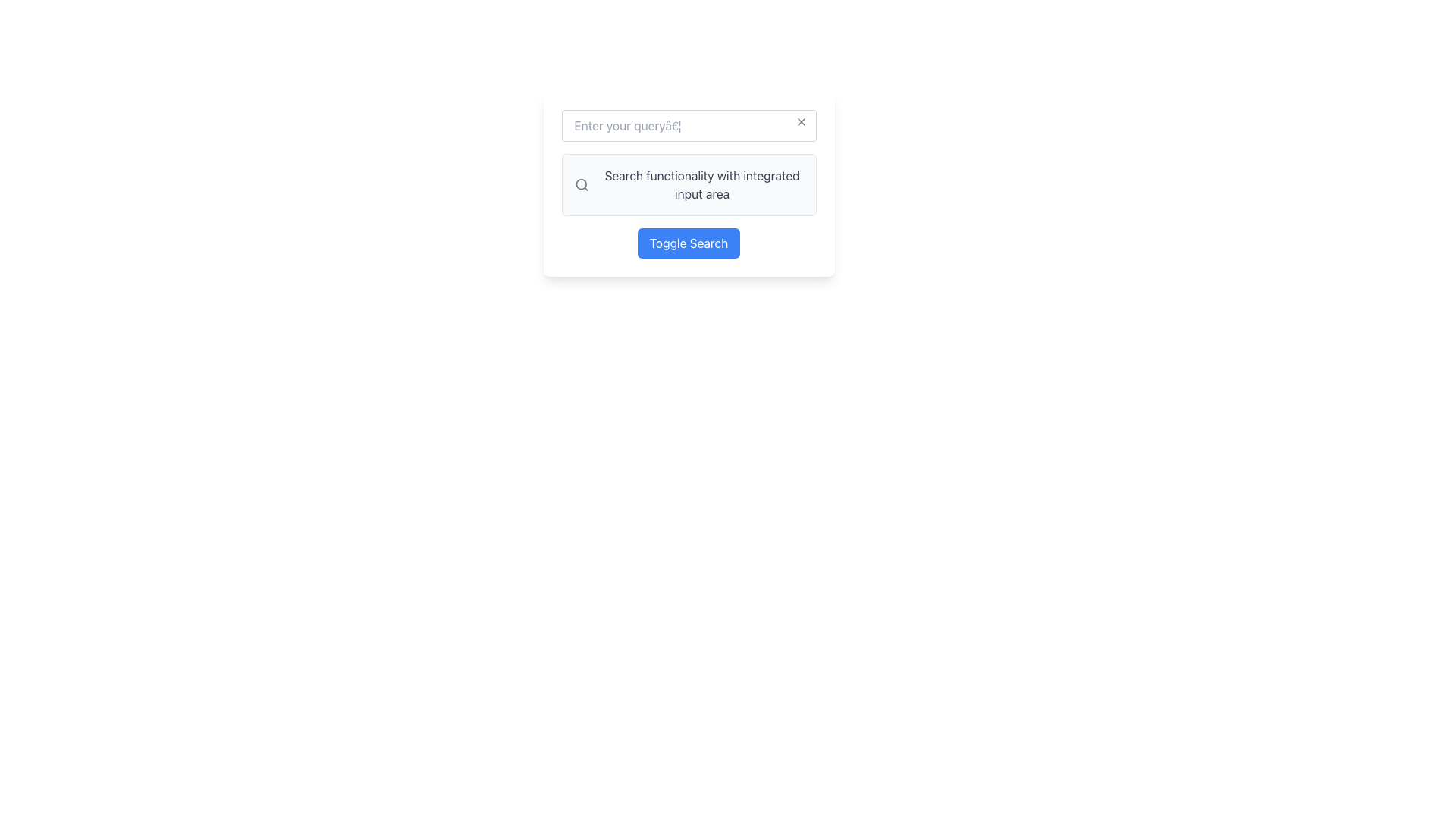  What do you see at coordinates (800, 121) in the screenshot?
I see `the X icon button located to the top-right of the 'Enter your query…' text input field to clear the text input` at bounding box center [800, 121].